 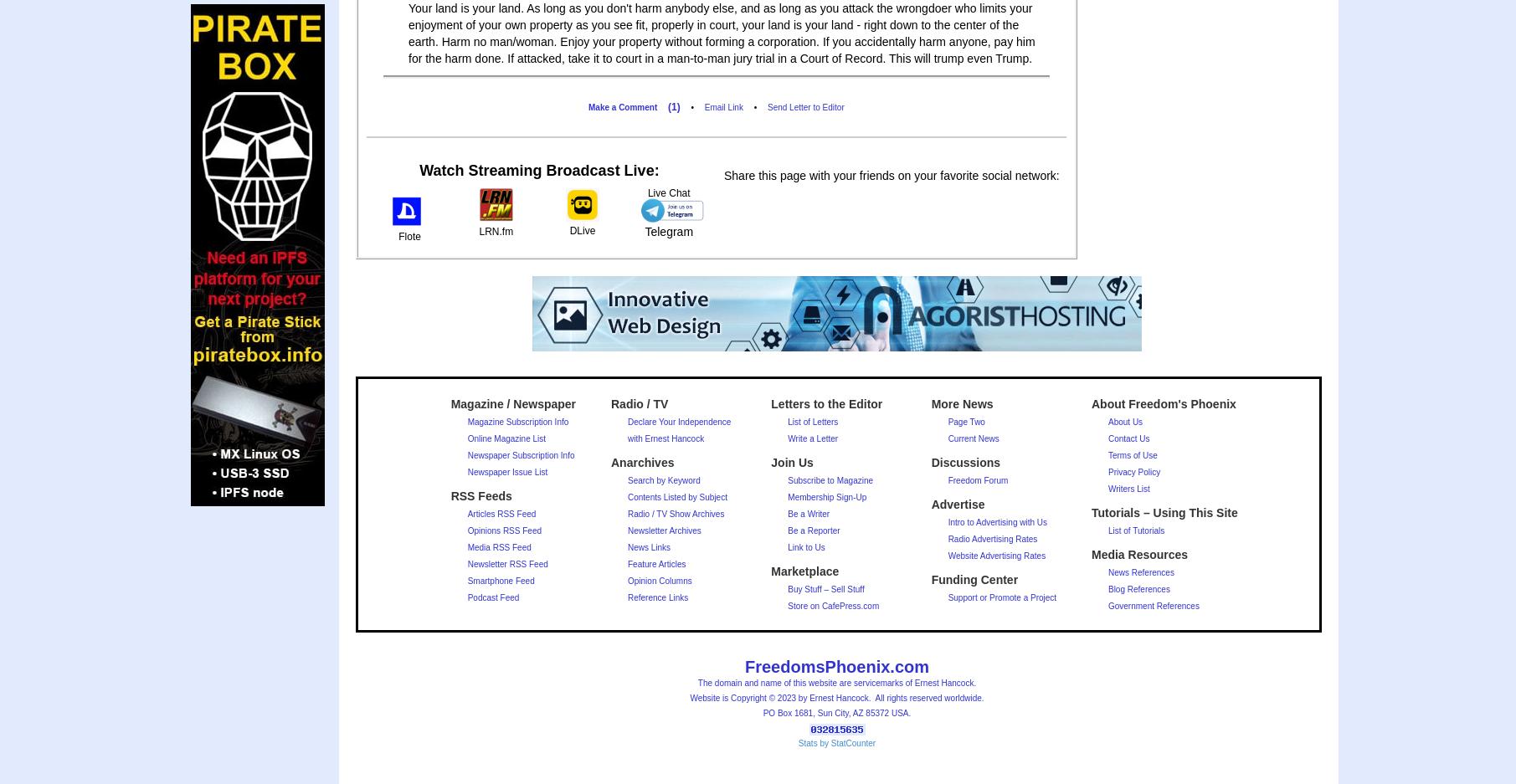 I want to click on 'Blog References', so click(x=1138, y=589).